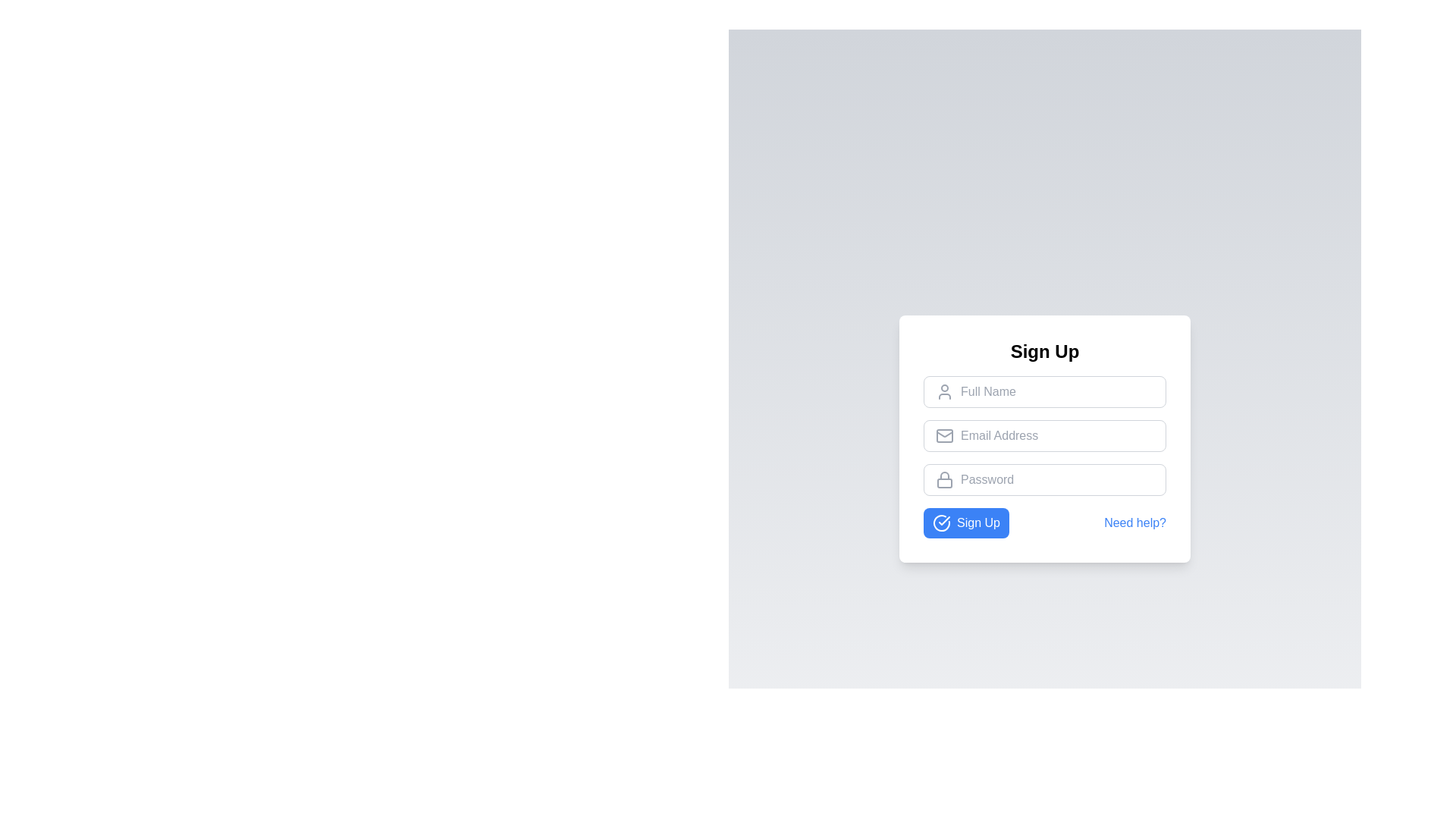 The image size is (1456, 819). What do you see at coordinates (965, 522) in the screenshot?
I see `the submission button located under the input fields for 'Full Name,' 'Email Address,' and 'Password' to observe the hover effect` at bounding box center [965, 522].